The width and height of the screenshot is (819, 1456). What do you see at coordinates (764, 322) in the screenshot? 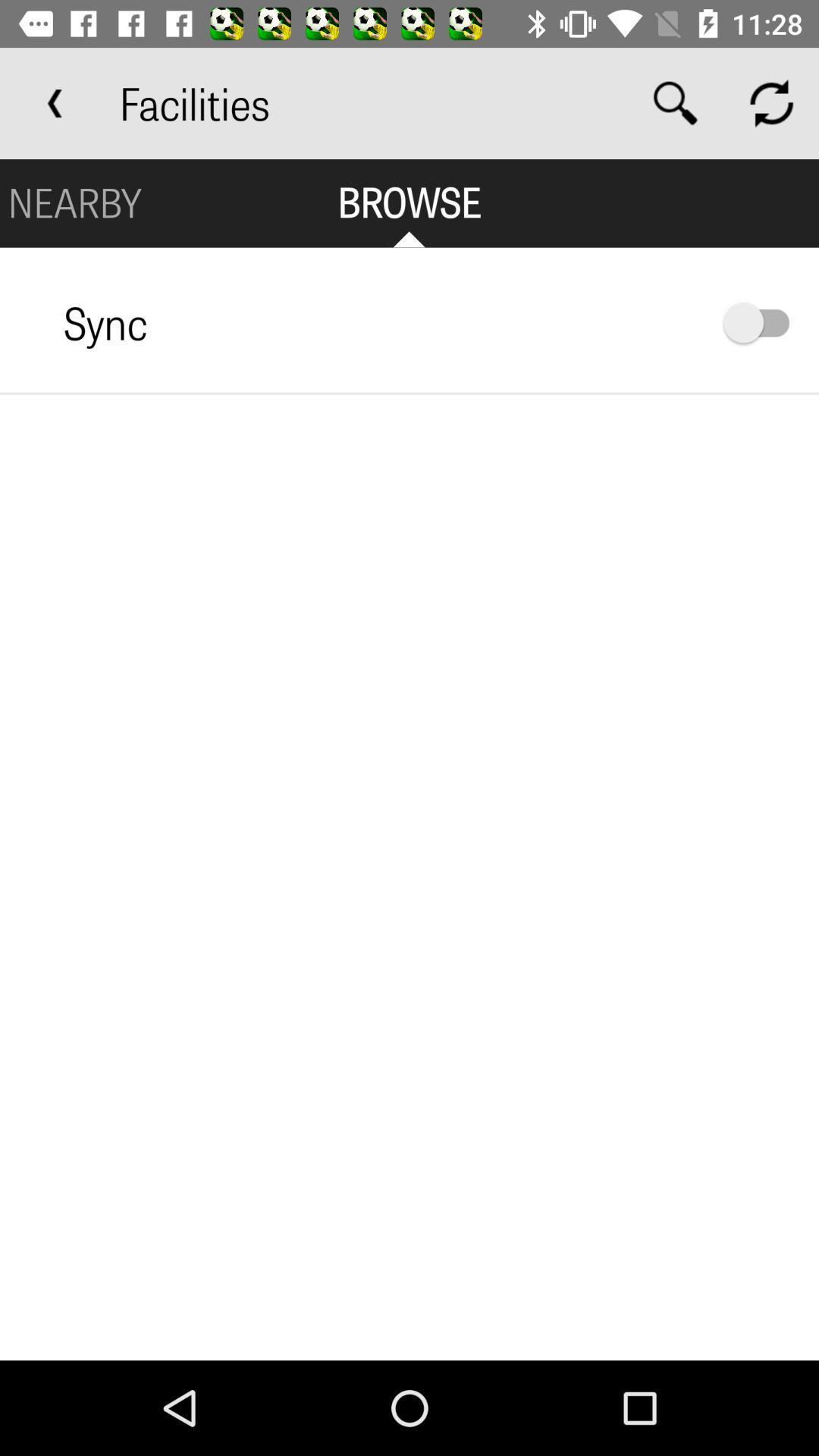
I see `item to the right of sync icon` at bounding box center [764, 322].